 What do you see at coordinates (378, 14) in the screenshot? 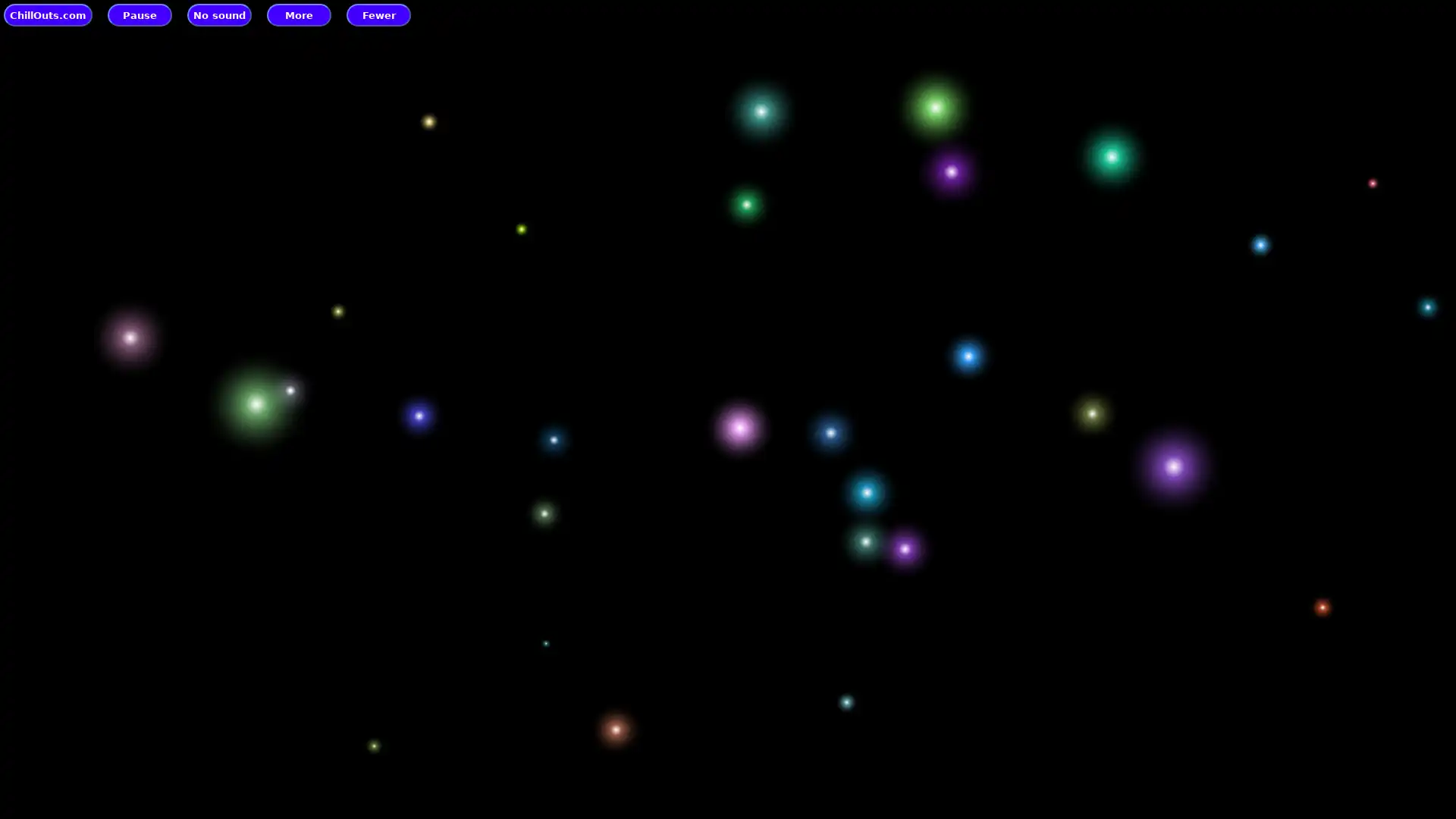
I see `Fewer` at bounding box center [378, 14].